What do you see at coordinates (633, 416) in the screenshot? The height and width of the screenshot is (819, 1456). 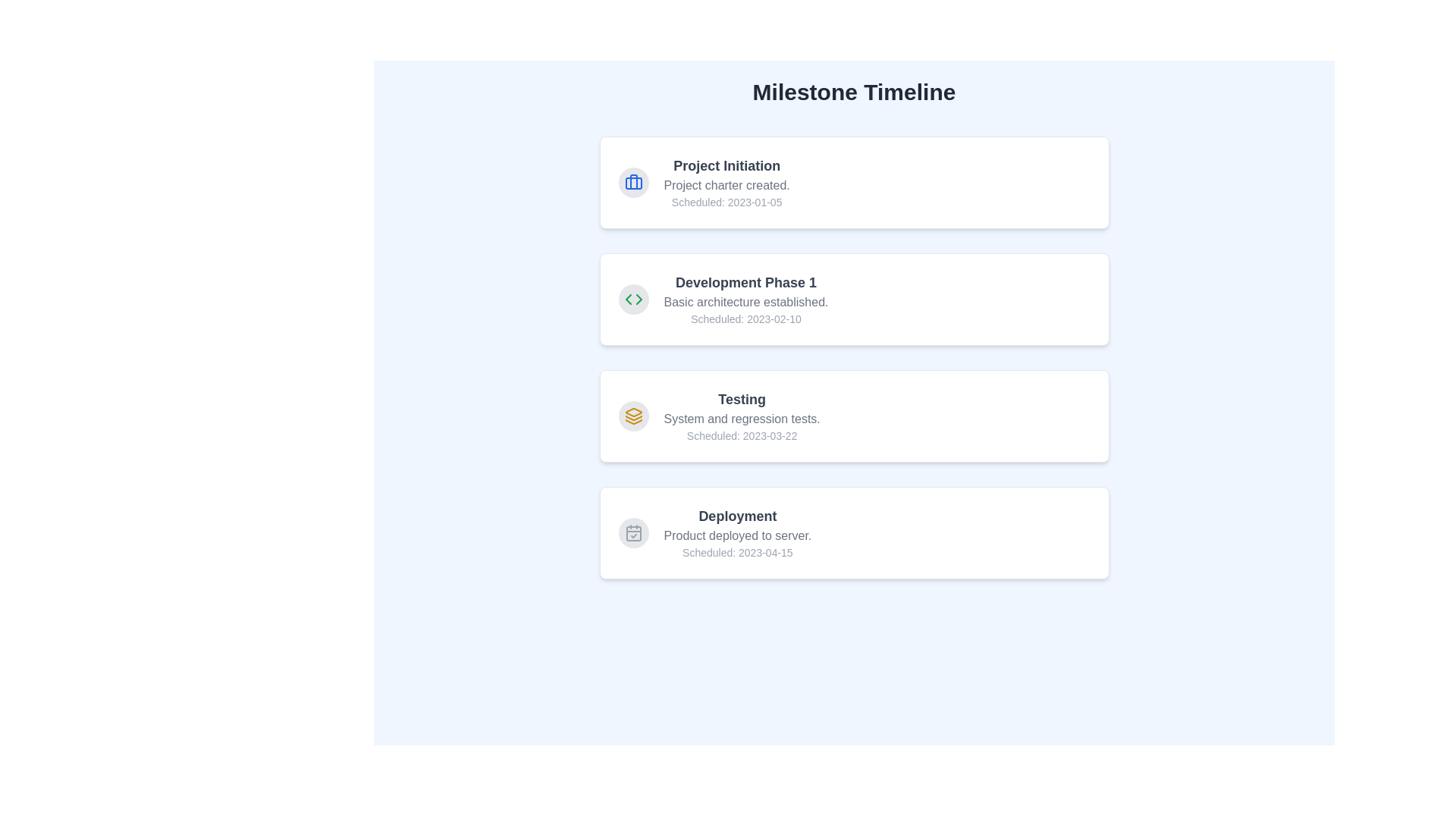 I see `the circular milestone icon for 'Testing'` at bounding box center [633, 416].